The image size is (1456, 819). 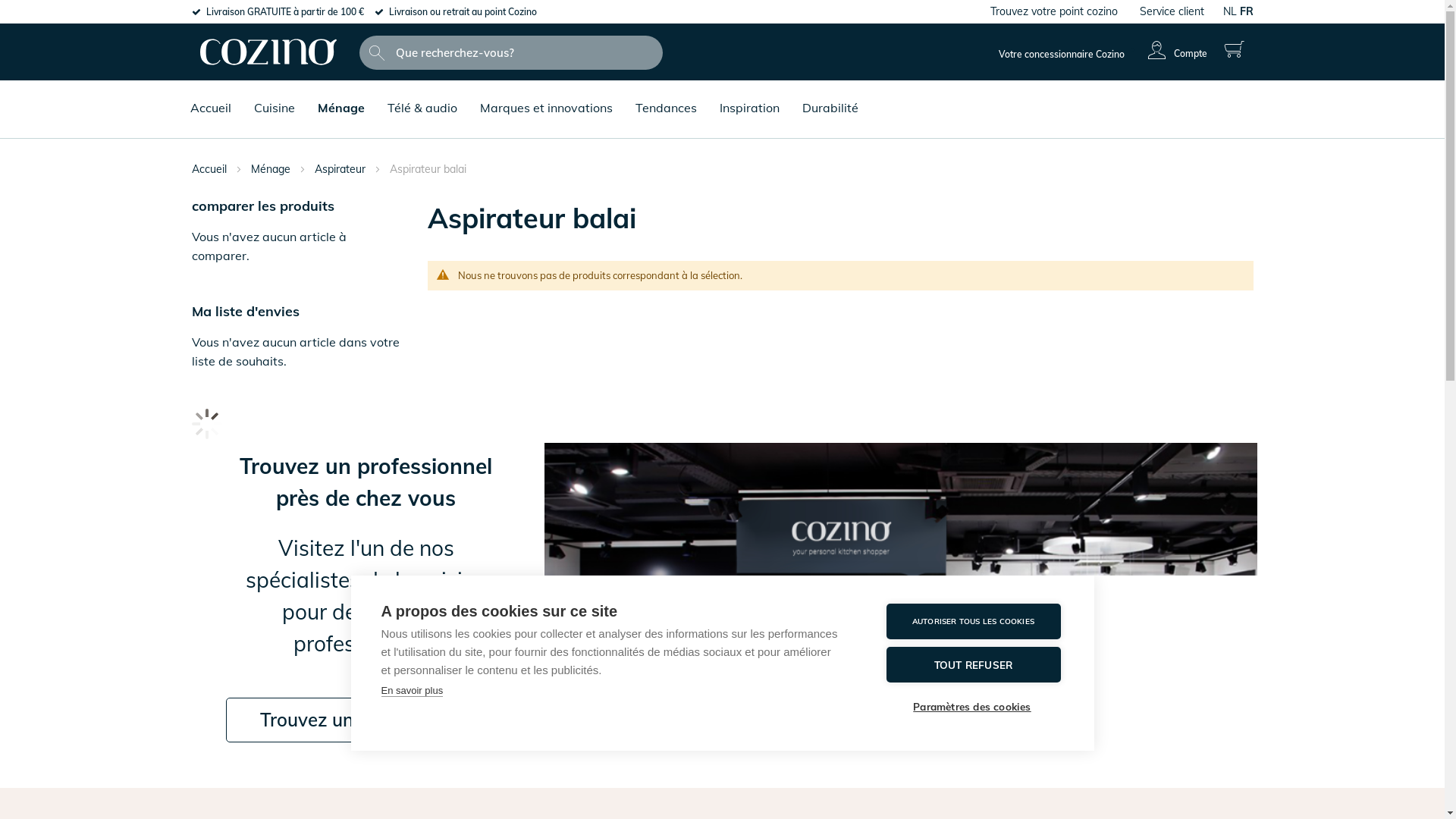 I want to click on 'NL', so click(x=1229, y=11).